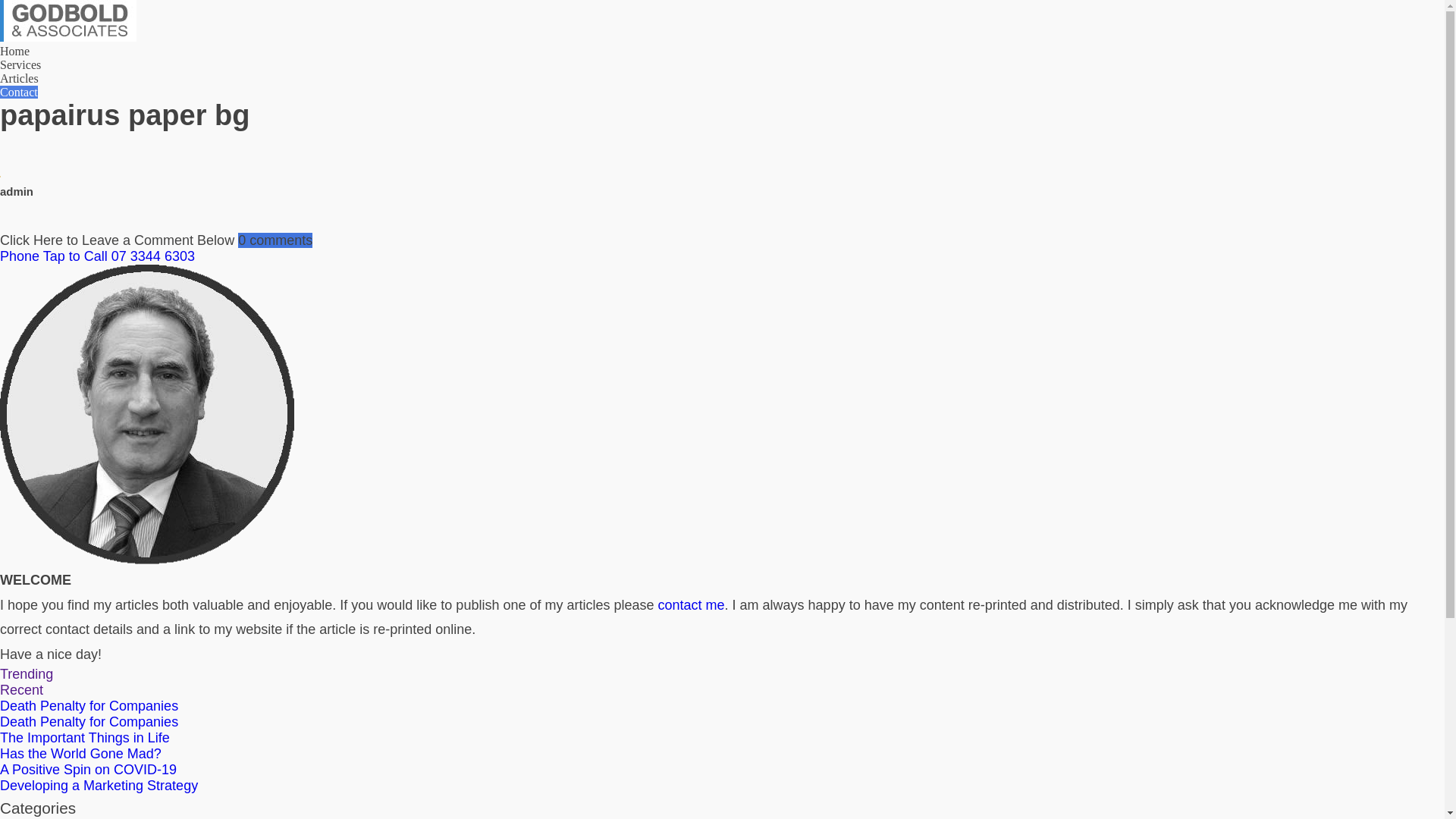  Describe the element at coordinates (691, 604) in the screenshot. I see `'contact me'` at that location.